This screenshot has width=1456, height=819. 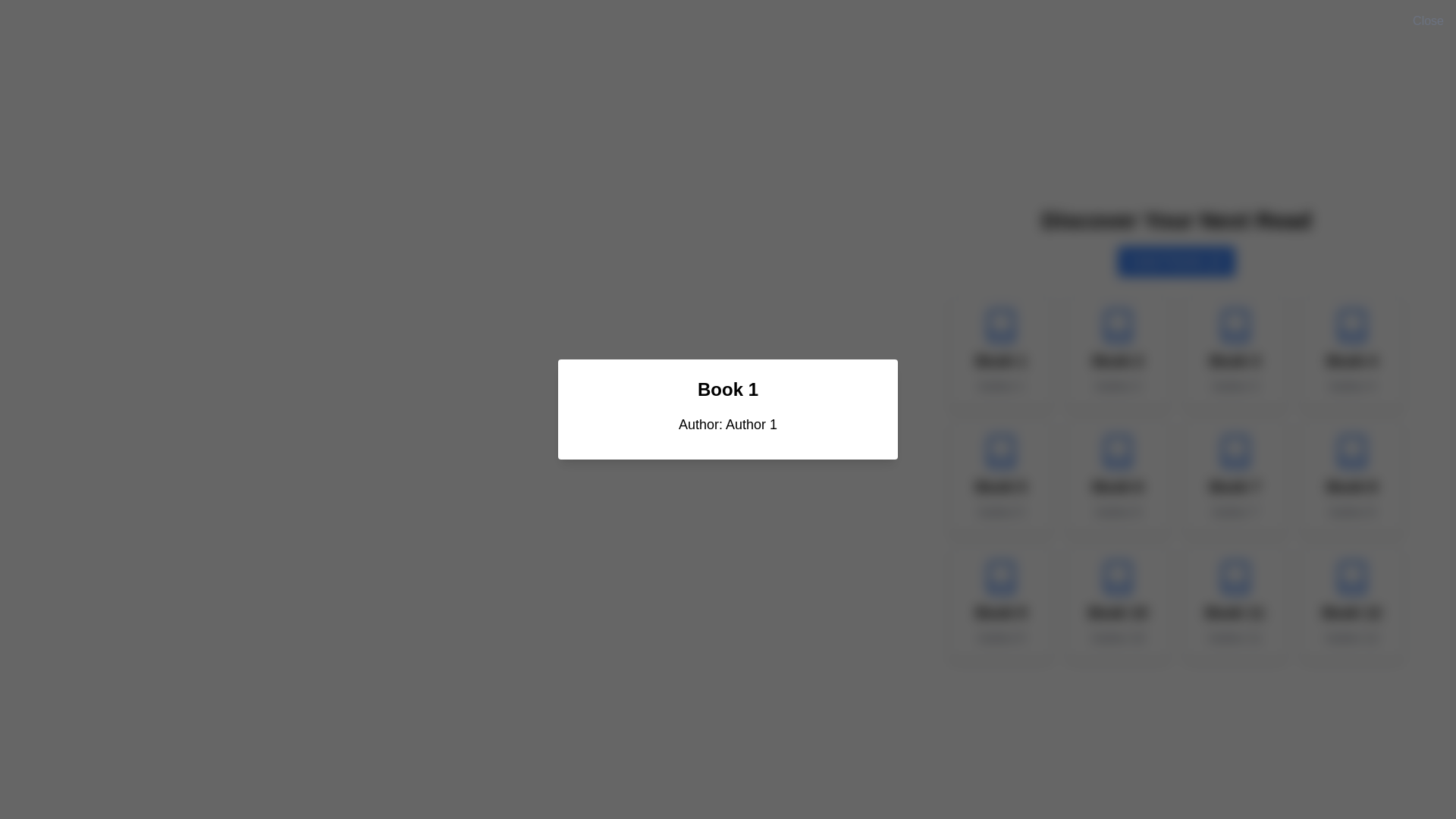 I want to click on the text label that displays the author information for 'Book 8', located below the 'Book 8' title text in the bottom-right corner of the grid layout, so click(x=1351, y=512).